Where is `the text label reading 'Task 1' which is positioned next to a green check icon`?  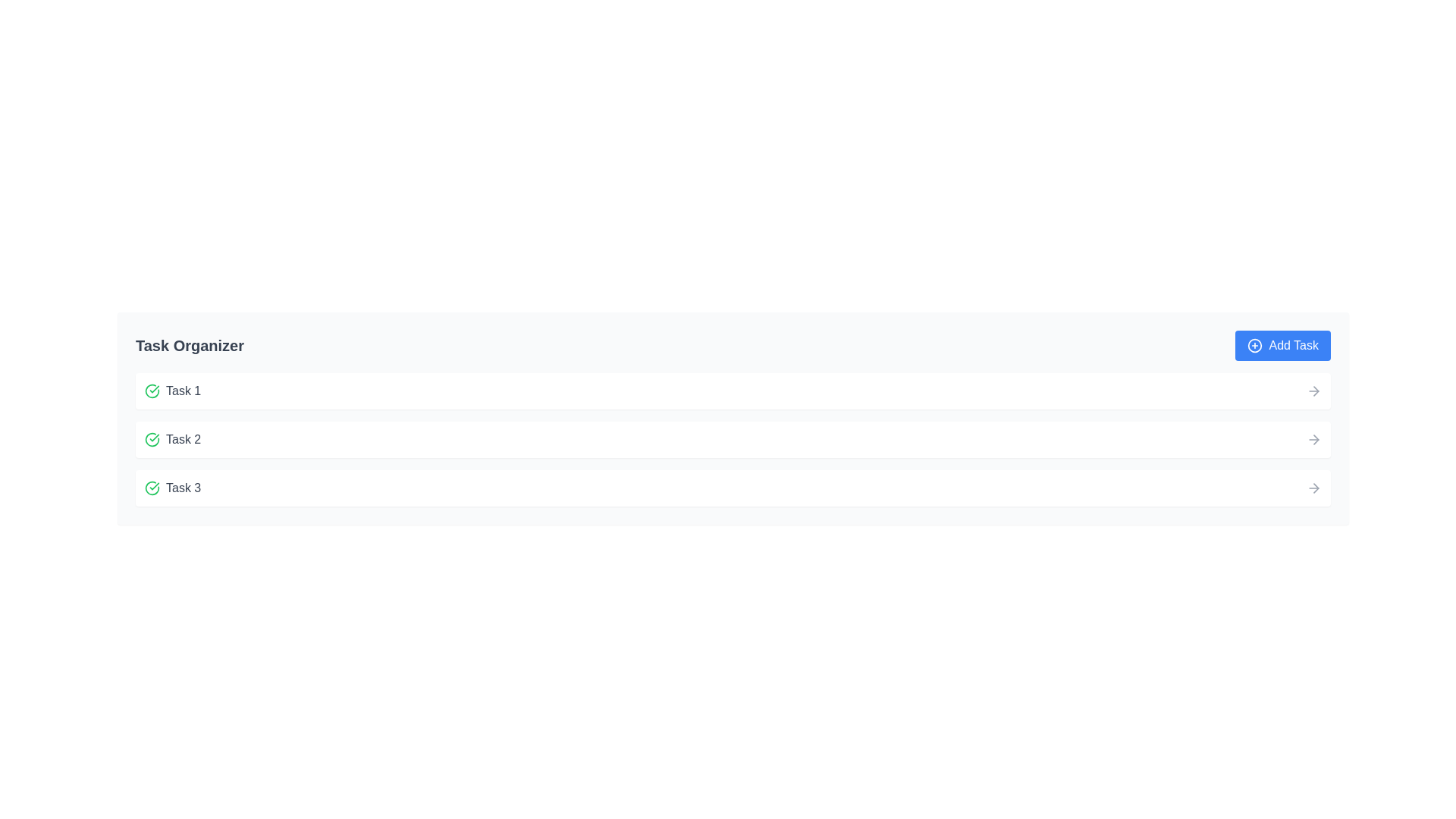
the text label reading 'Task 1' which is positioned next to a green check icon is located at coordinates (183, 391).